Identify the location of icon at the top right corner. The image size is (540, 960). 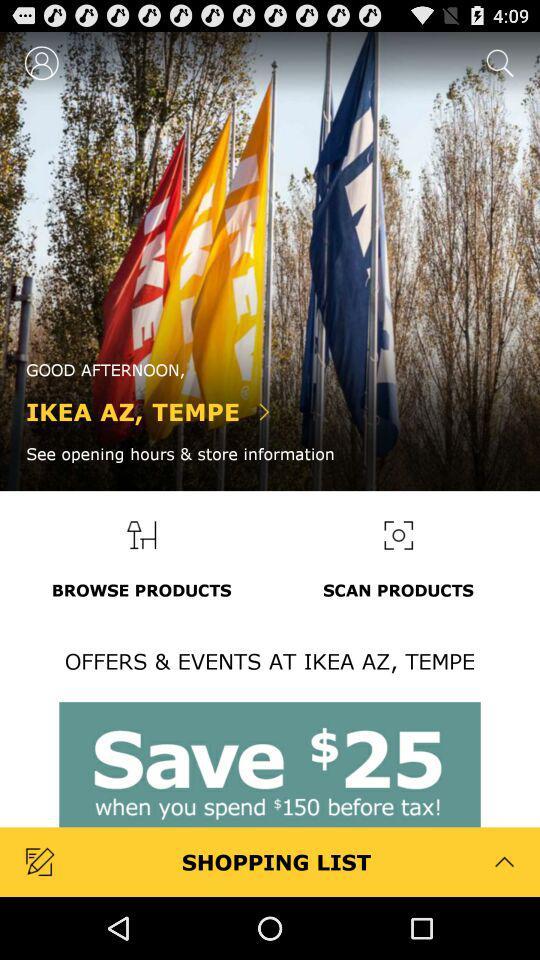
(496, 62).